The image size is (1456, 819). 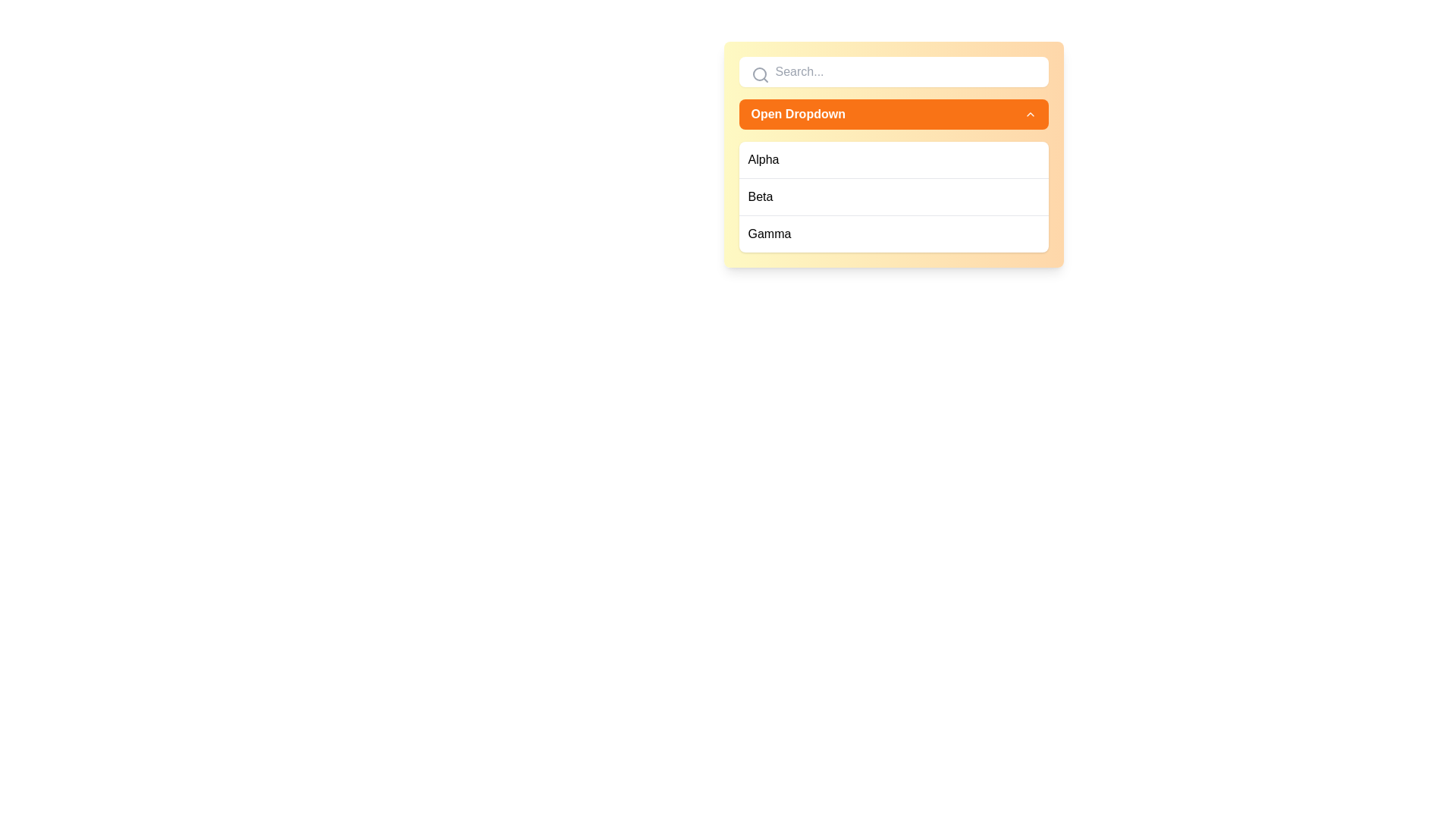 What do you see at coordinates (761, 196) in the screenshot?
I see `the text label 'Beta' in the dropdown menu` at bounding box center [761, 196].